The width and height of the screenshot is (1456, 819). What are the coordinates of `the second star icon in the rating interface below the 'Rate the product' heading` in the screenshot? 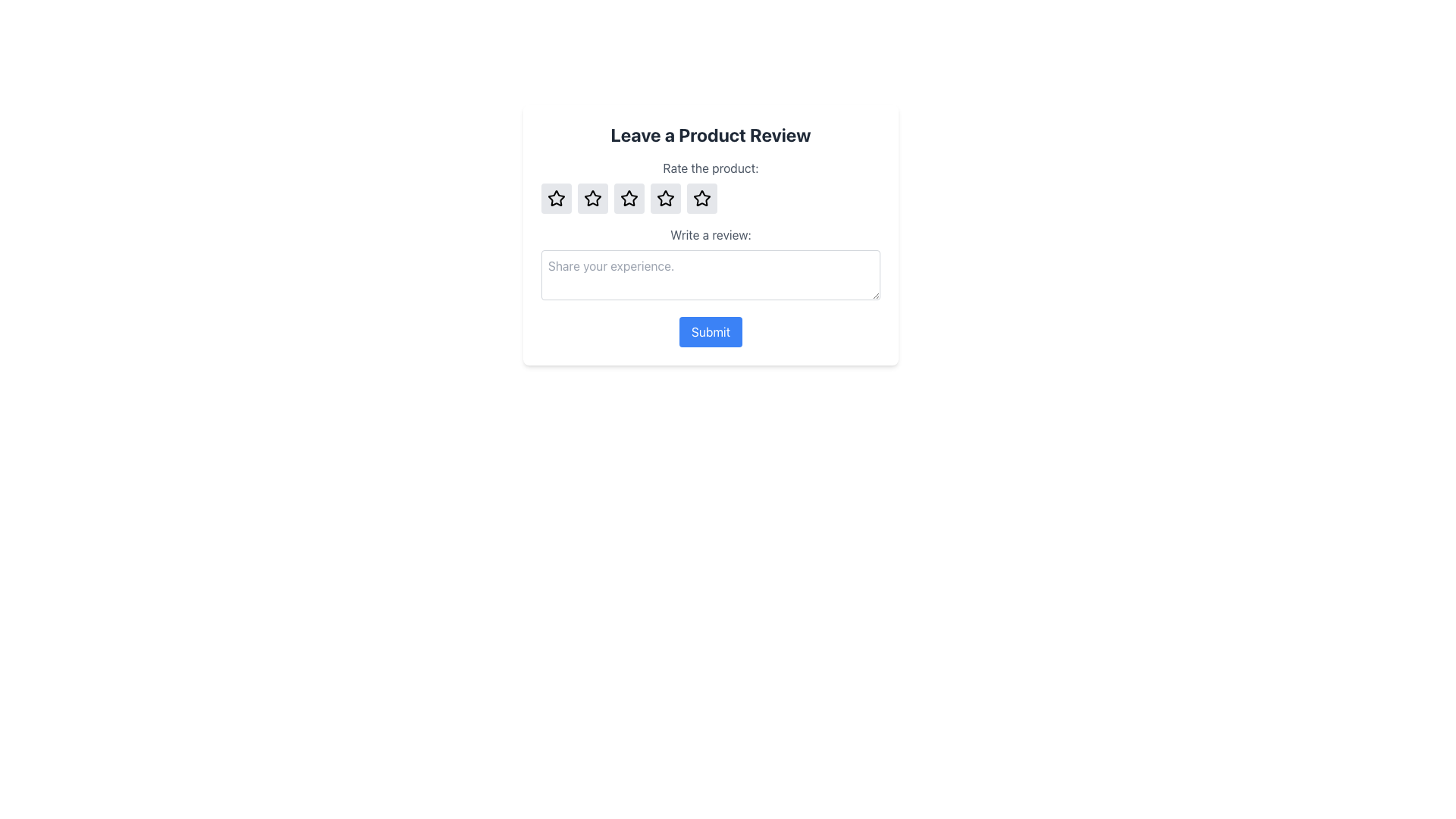 It's located at (629, 197).